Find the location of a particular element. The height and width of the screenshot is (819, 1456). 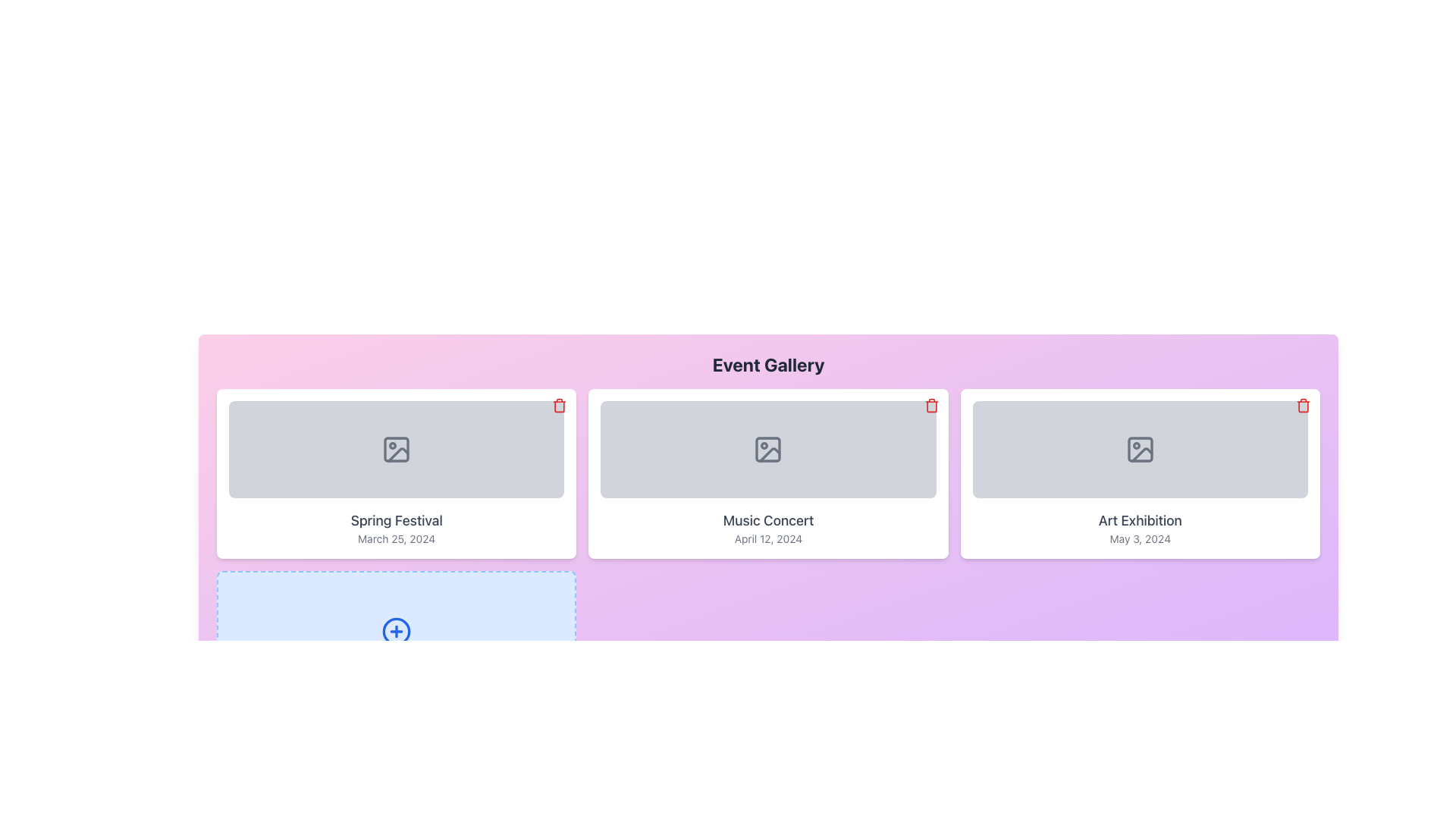

the static text element displaying 'Spring Festival', which is centrally placed within the first card from the left in a row of three cards, positioned below the image placeholder is located at coordinates (397, 519).